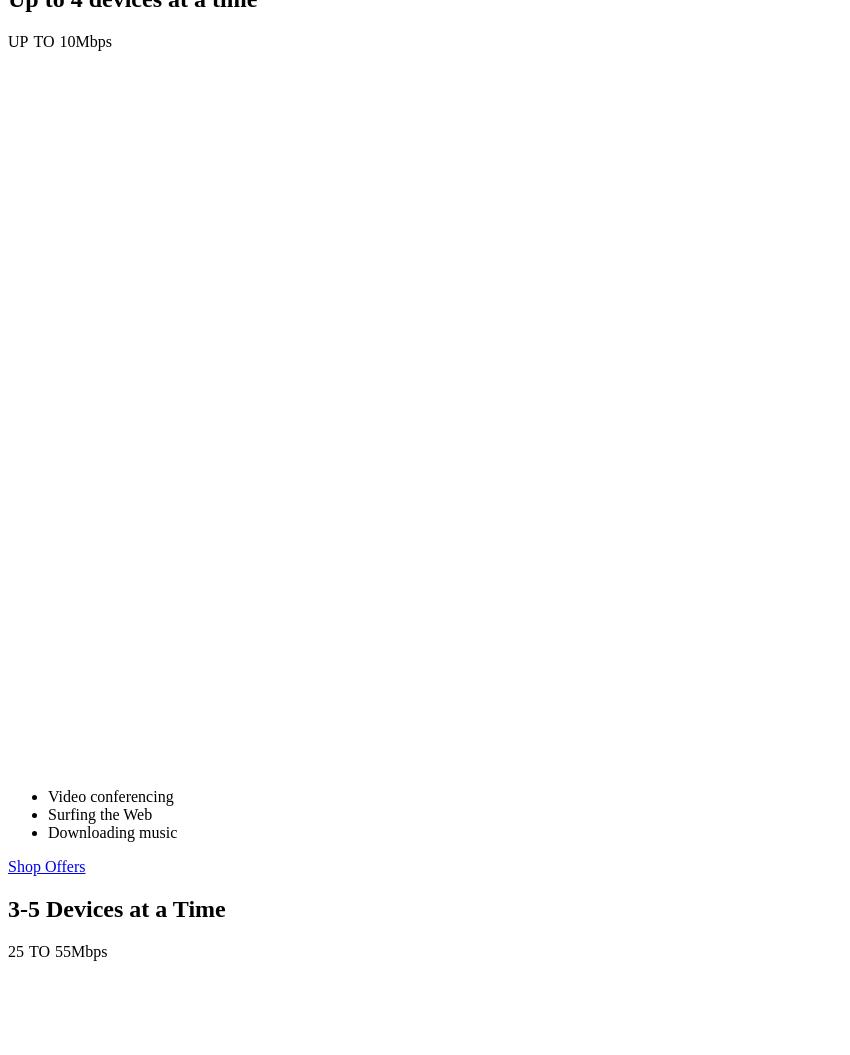  Describe the element at coordinates (62, 951) in the screenshot. I see `'55'` at that location.